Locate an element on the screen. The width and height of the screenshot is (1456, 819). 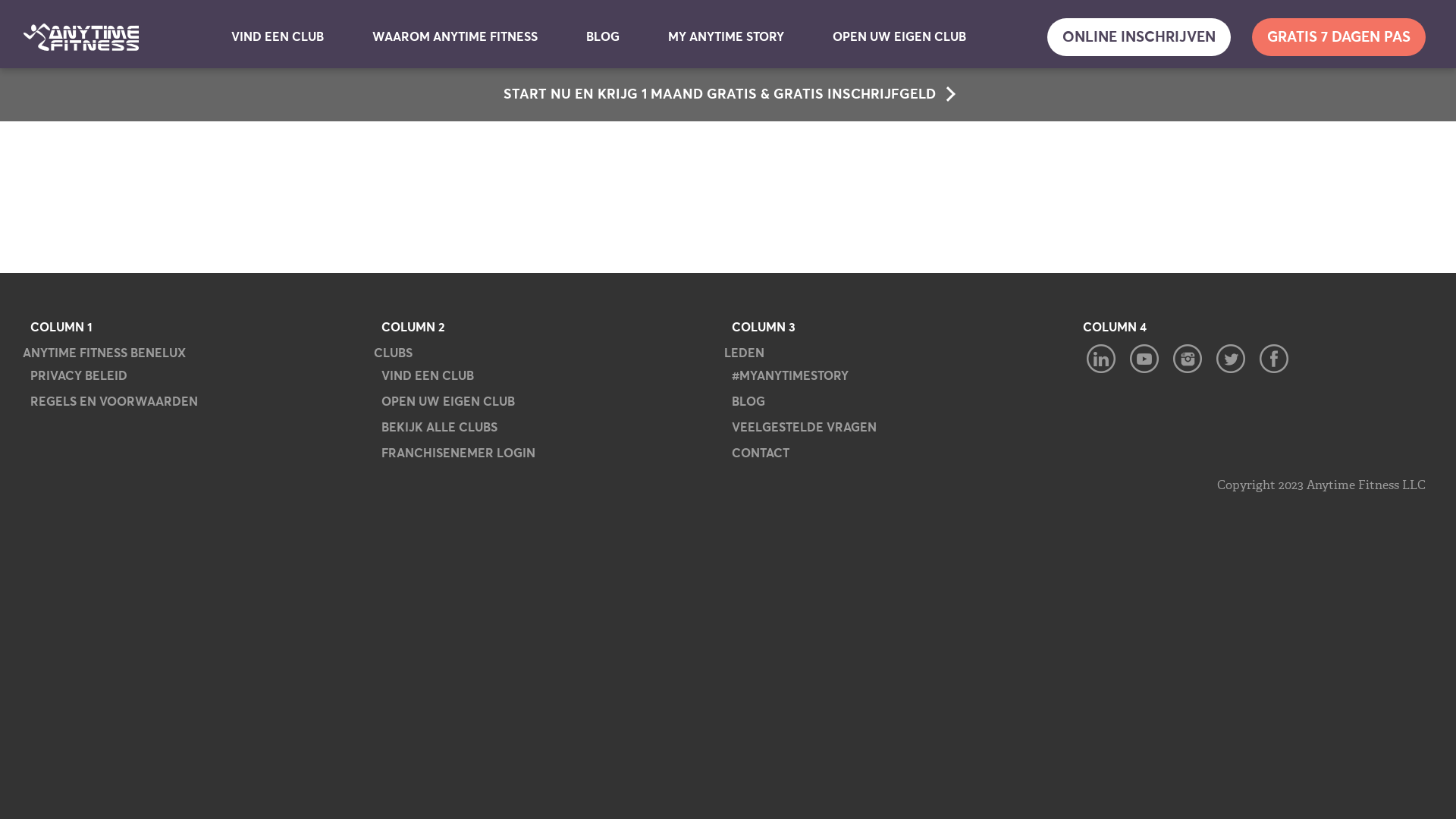
'VIND EEN CLUB' is located at coordinates (277, 36).